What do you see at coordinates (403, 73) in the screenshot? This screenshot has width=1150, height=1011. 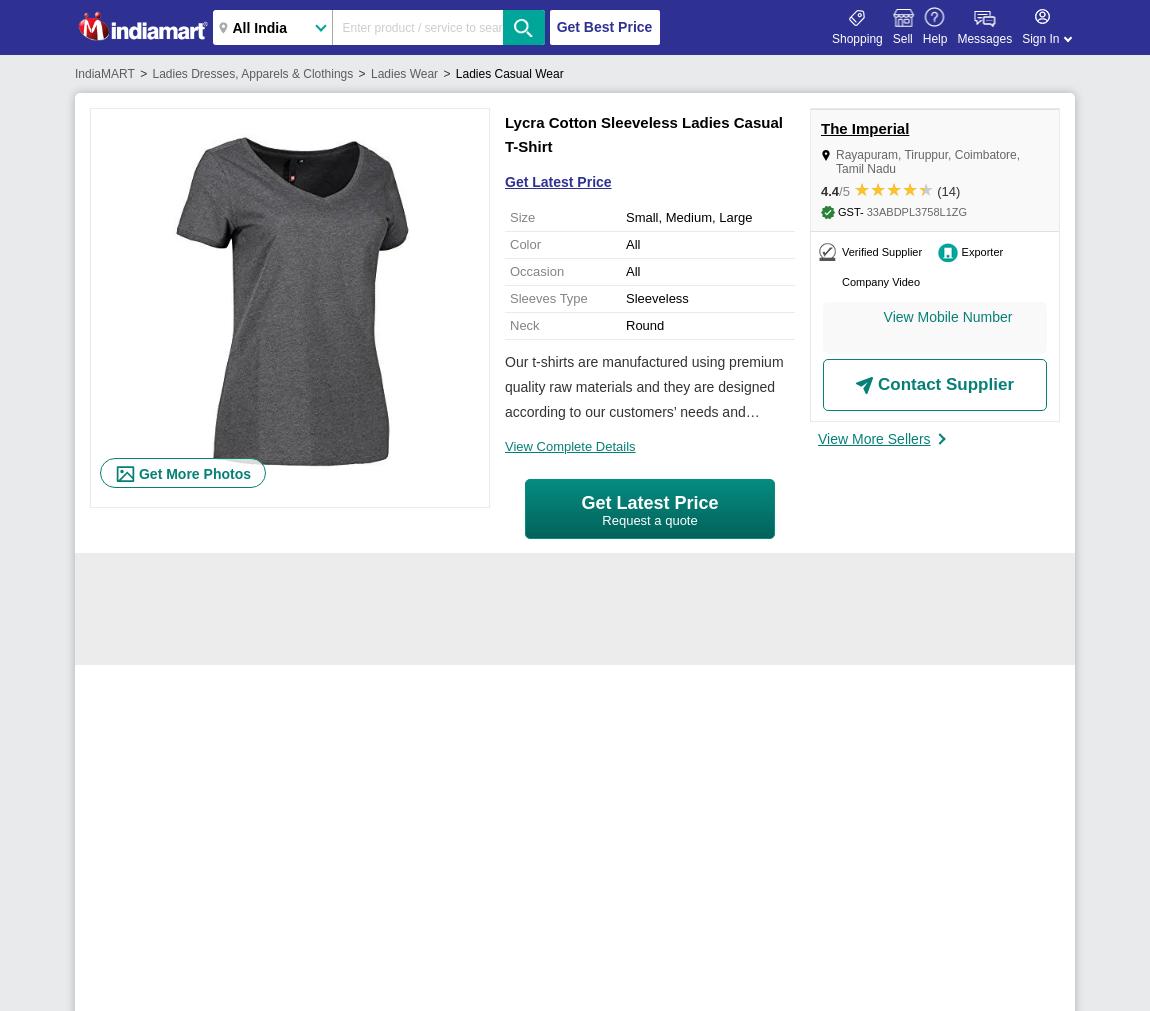 I see `'Ladies Wear'` at bounding box center [403, 73].